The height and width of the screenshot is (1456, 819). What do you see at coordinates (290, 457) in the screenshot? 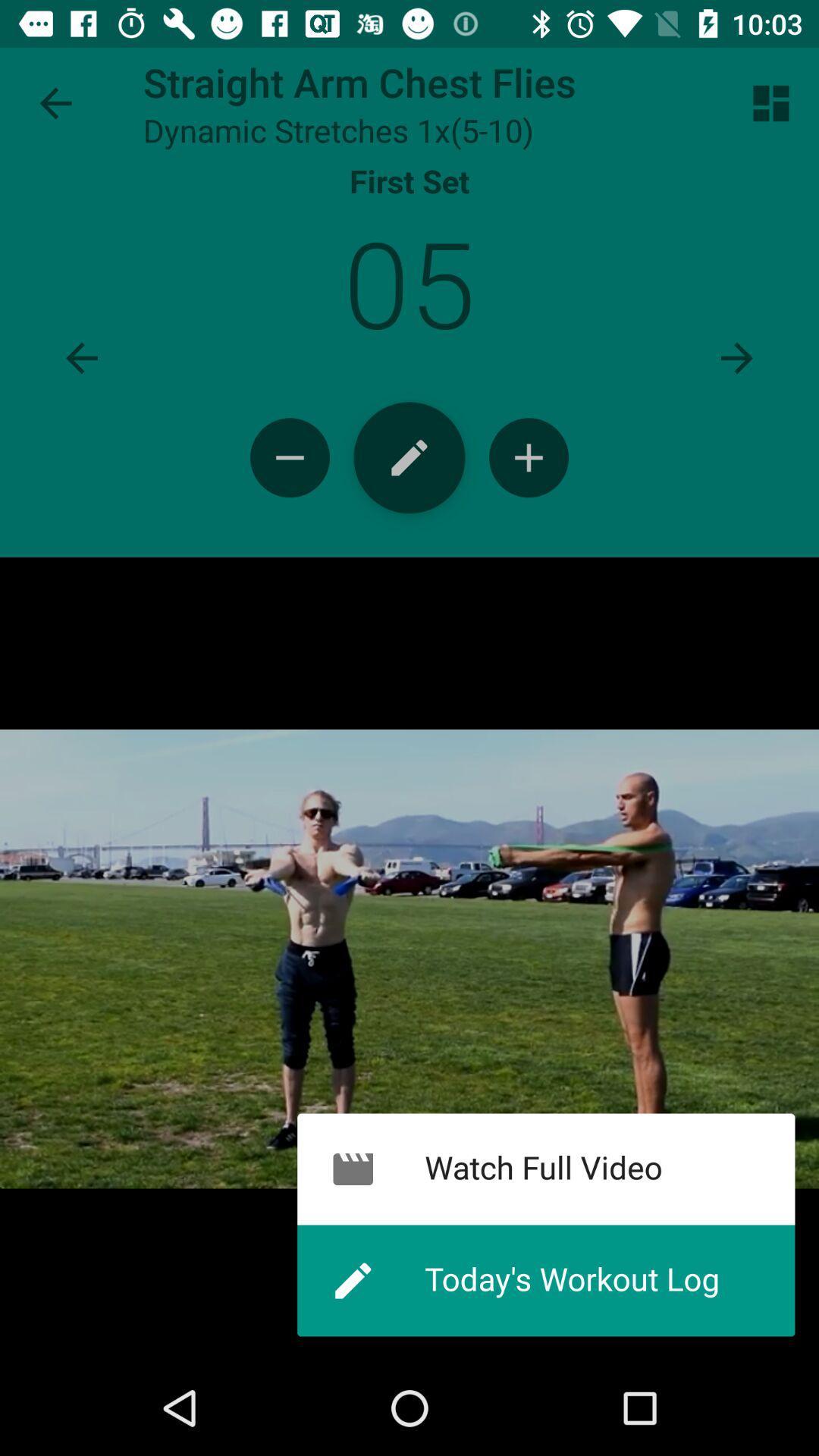
I see `count decrease` at bounding box center [290, 457].